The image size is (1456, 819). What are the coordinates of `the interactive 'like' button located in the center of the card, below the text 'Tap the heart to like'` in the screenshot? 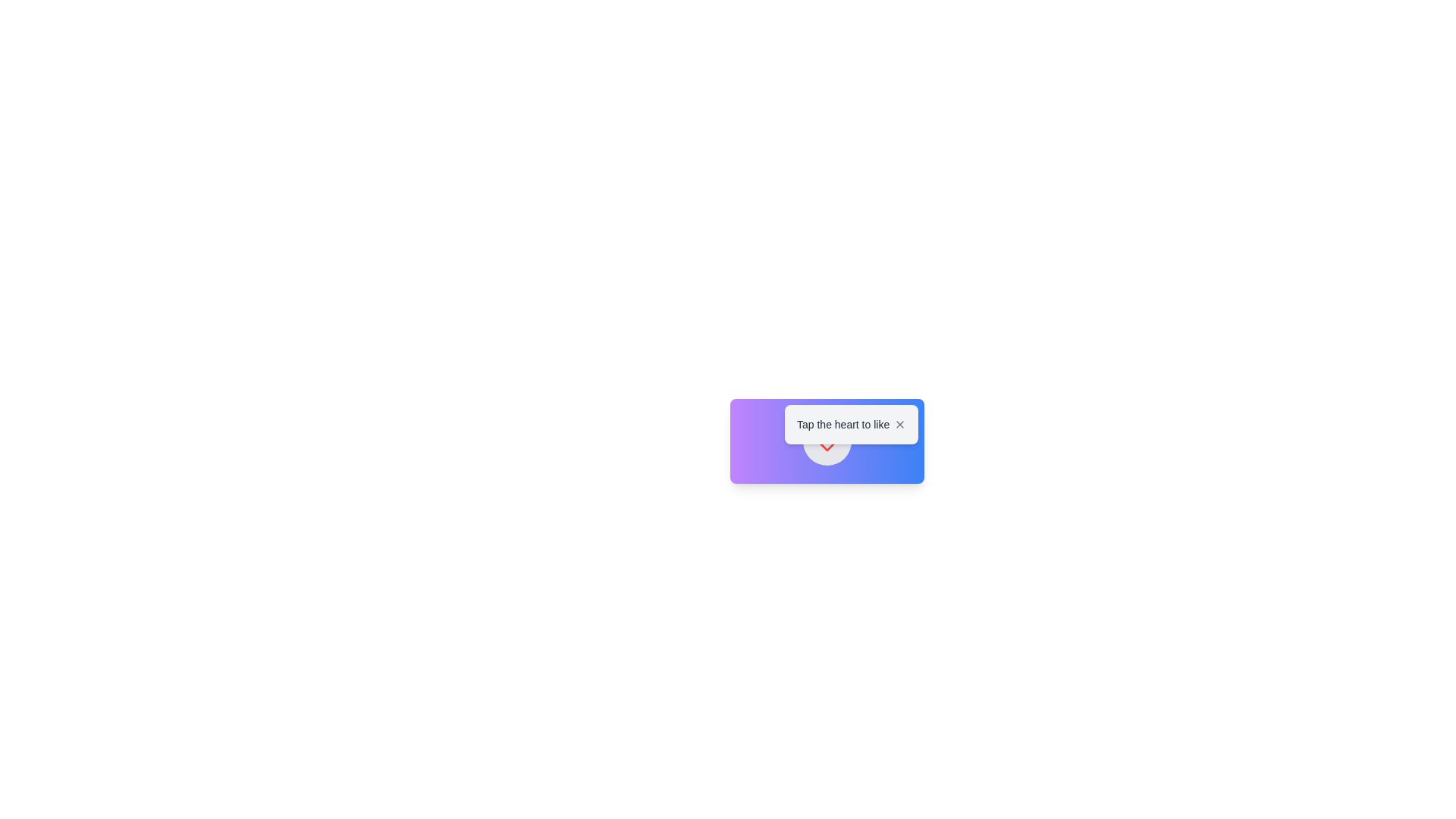 It's located at (826, 441).